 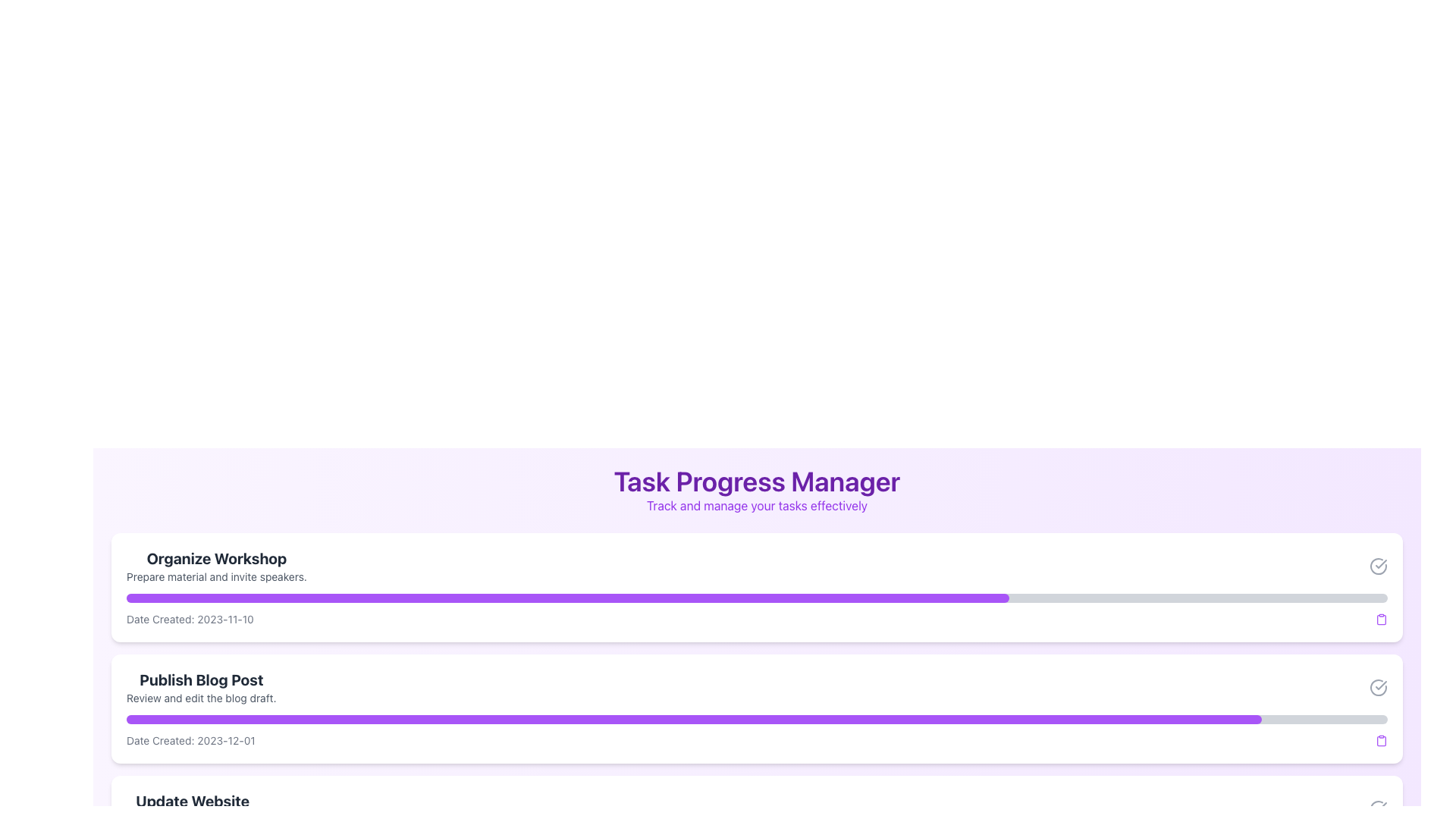 I want to click on the text element displaying 'Date Created: 2023-12-01', which is styled in a small gray font and positioned below the 'Publish Blog Post' task header, so click(x=190, y=739).